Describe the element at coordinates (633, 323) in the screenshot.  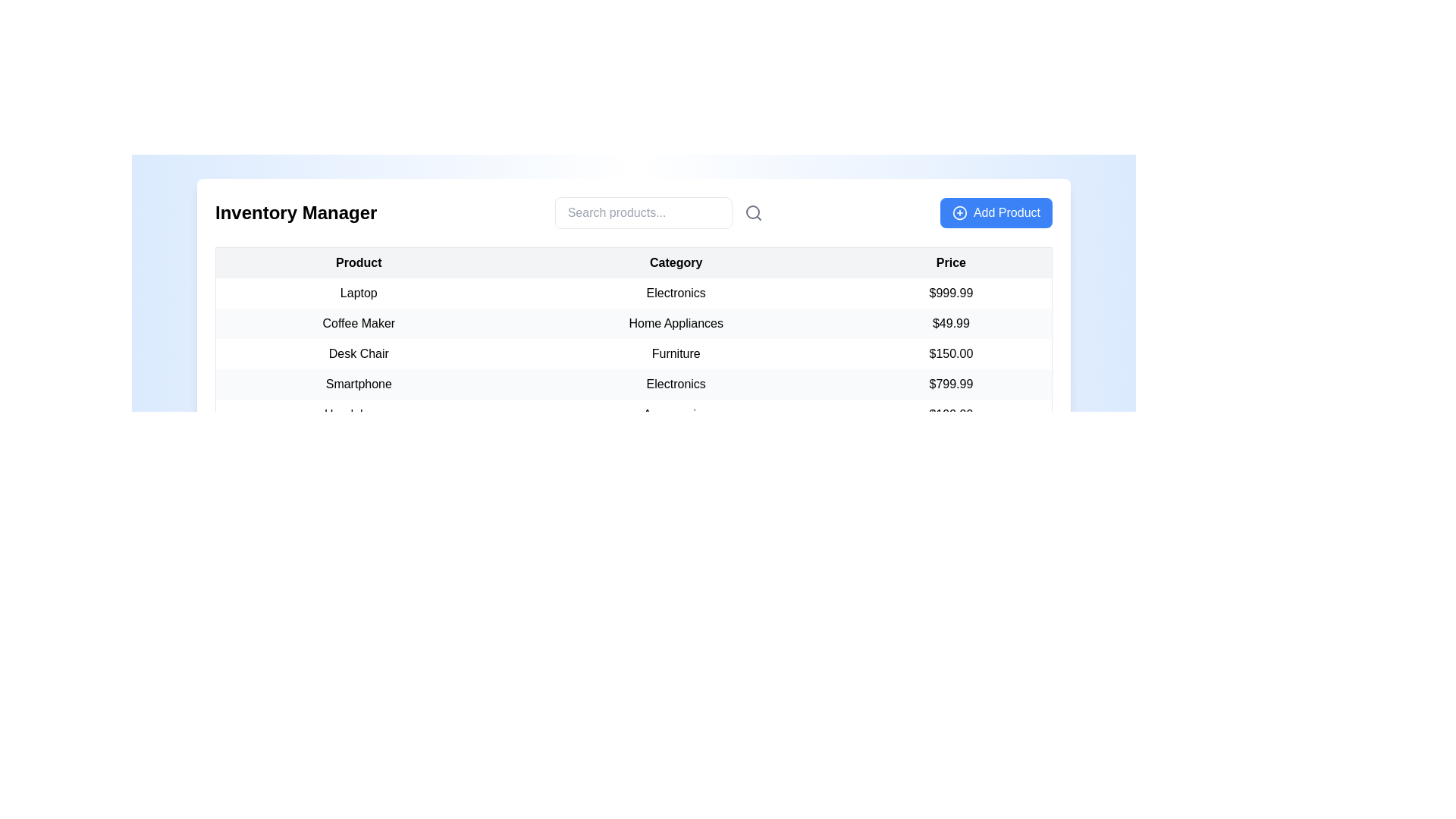
I see `the text in the second row of the product details table, which contains information about a specific product, positioned between 'Laptop' and 'Desk Chair'` at that location.